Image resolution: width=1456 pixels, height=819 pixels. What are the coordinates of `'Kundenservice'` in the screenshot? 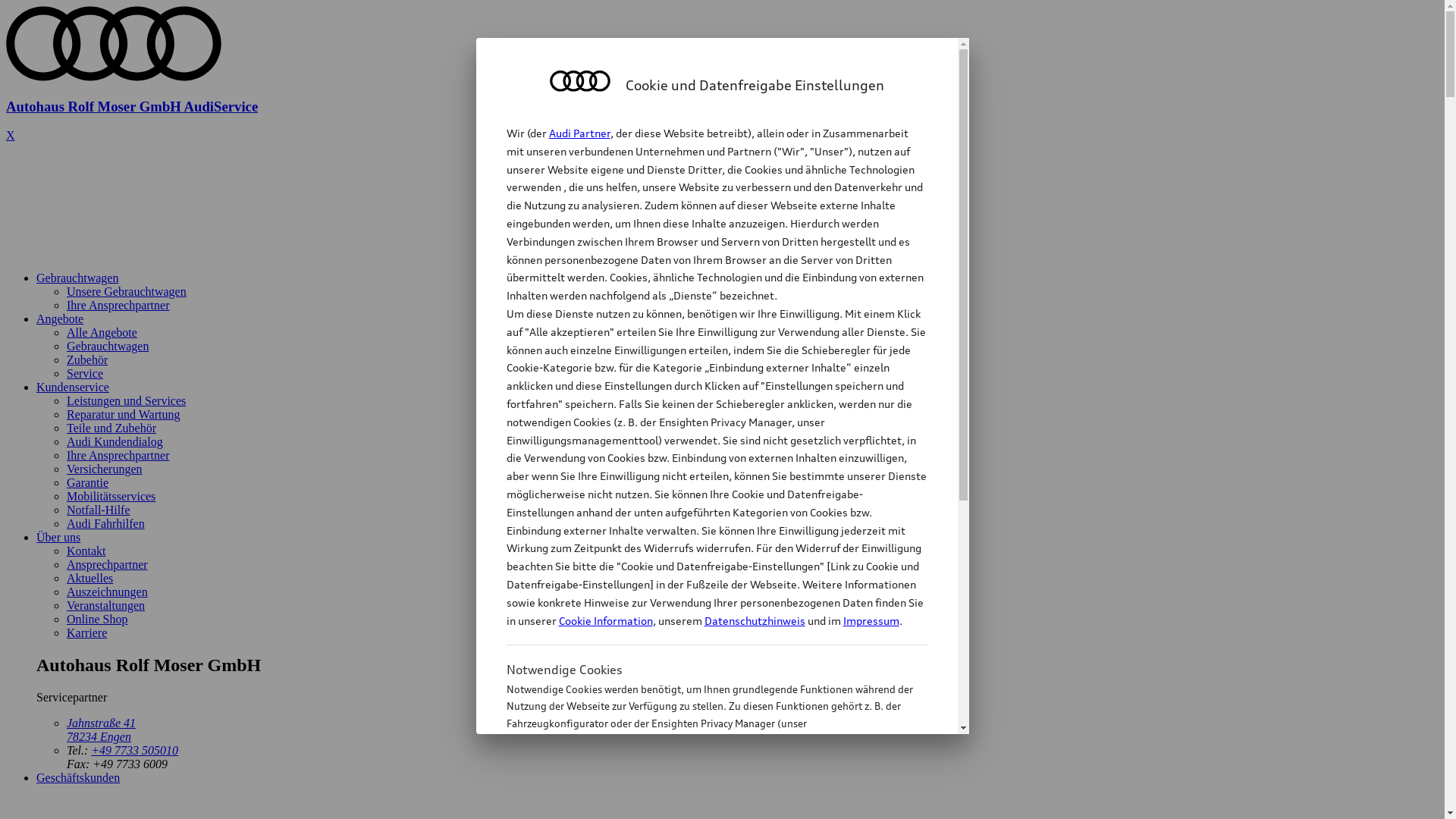 It's located at (72, 386).